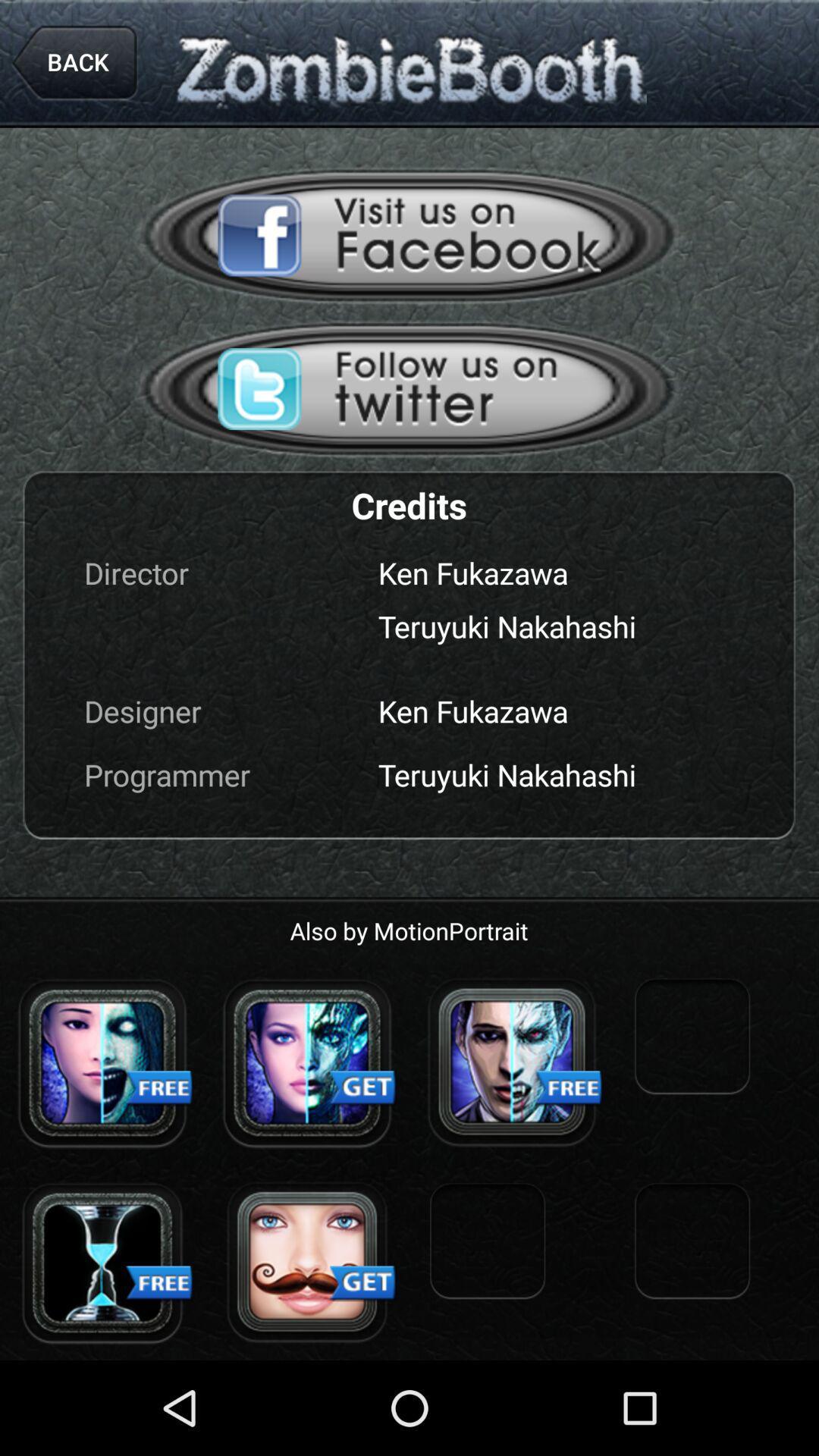 This screenshot has width=819, height=1456. I want to click on the empty box which is present after three filled box, so click(692, 1038).